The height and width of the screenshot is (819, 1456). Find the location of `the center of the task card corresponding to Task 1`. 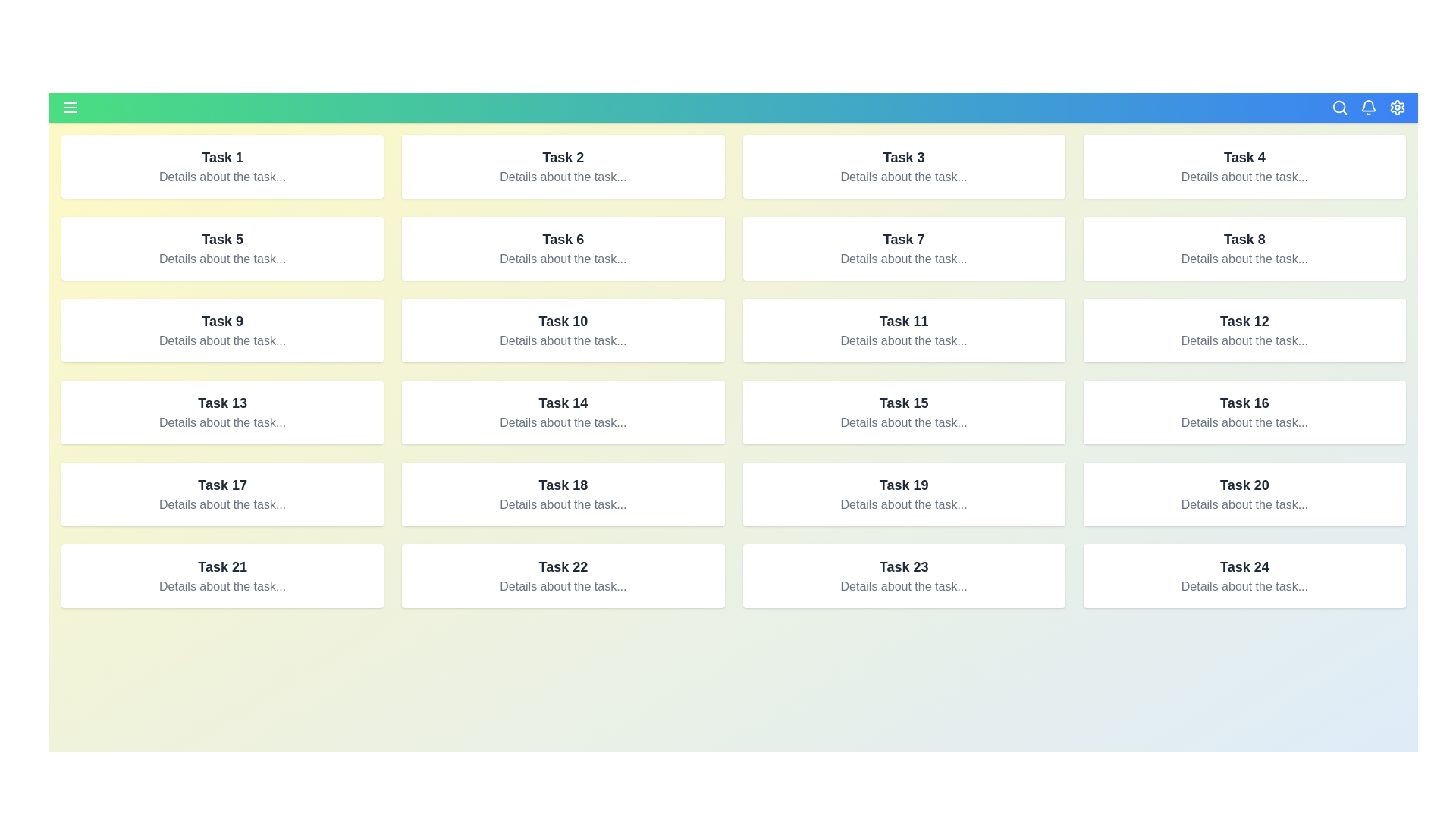

the center of the task card corresponding to Task 1 is located at coordinates (221, 166).